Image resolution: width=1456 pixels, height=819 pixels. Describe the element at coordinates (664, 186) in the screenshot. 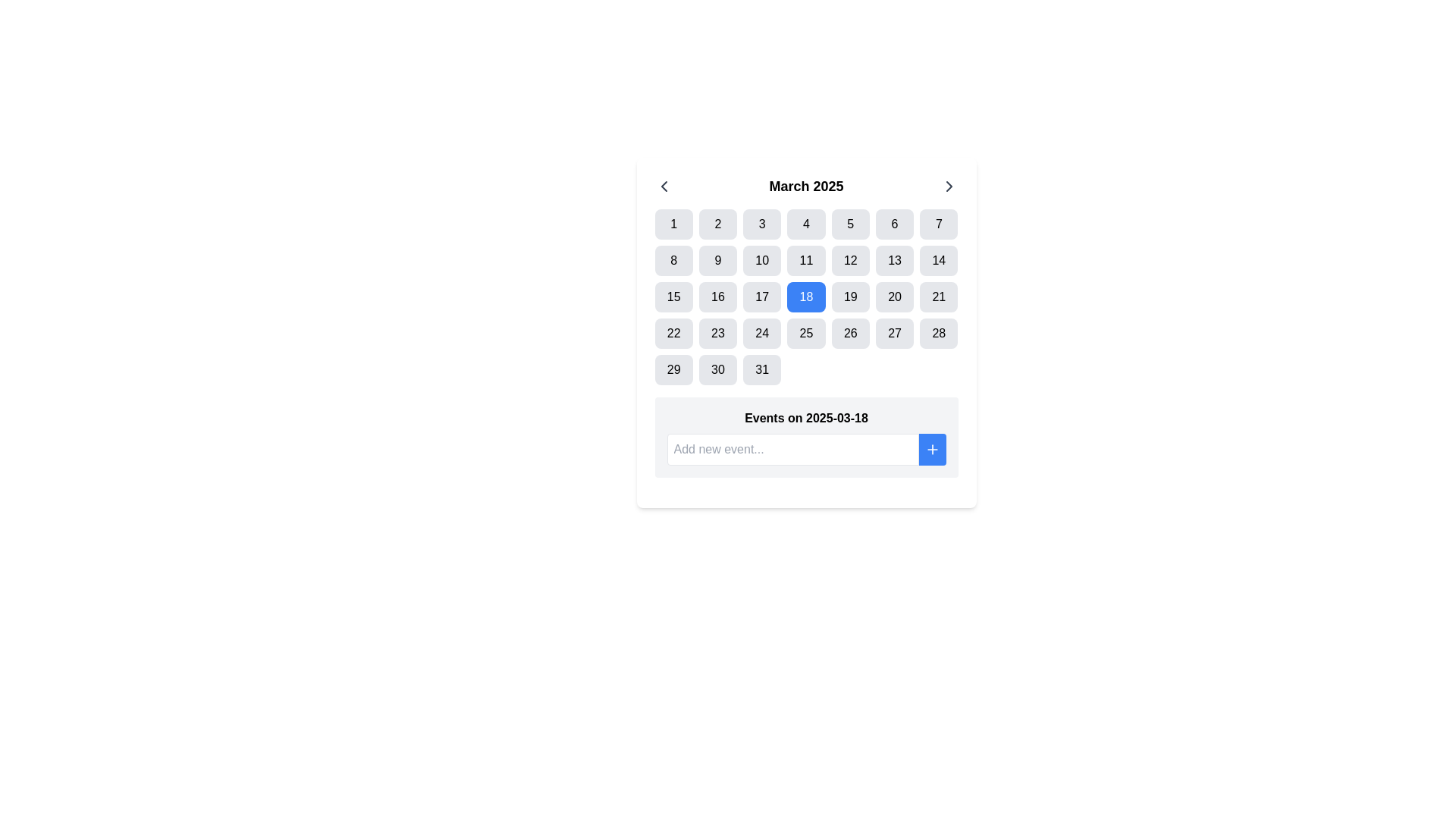

I see `the left-pointing chevron button located to the left of the 'March 2025' header` at that location.